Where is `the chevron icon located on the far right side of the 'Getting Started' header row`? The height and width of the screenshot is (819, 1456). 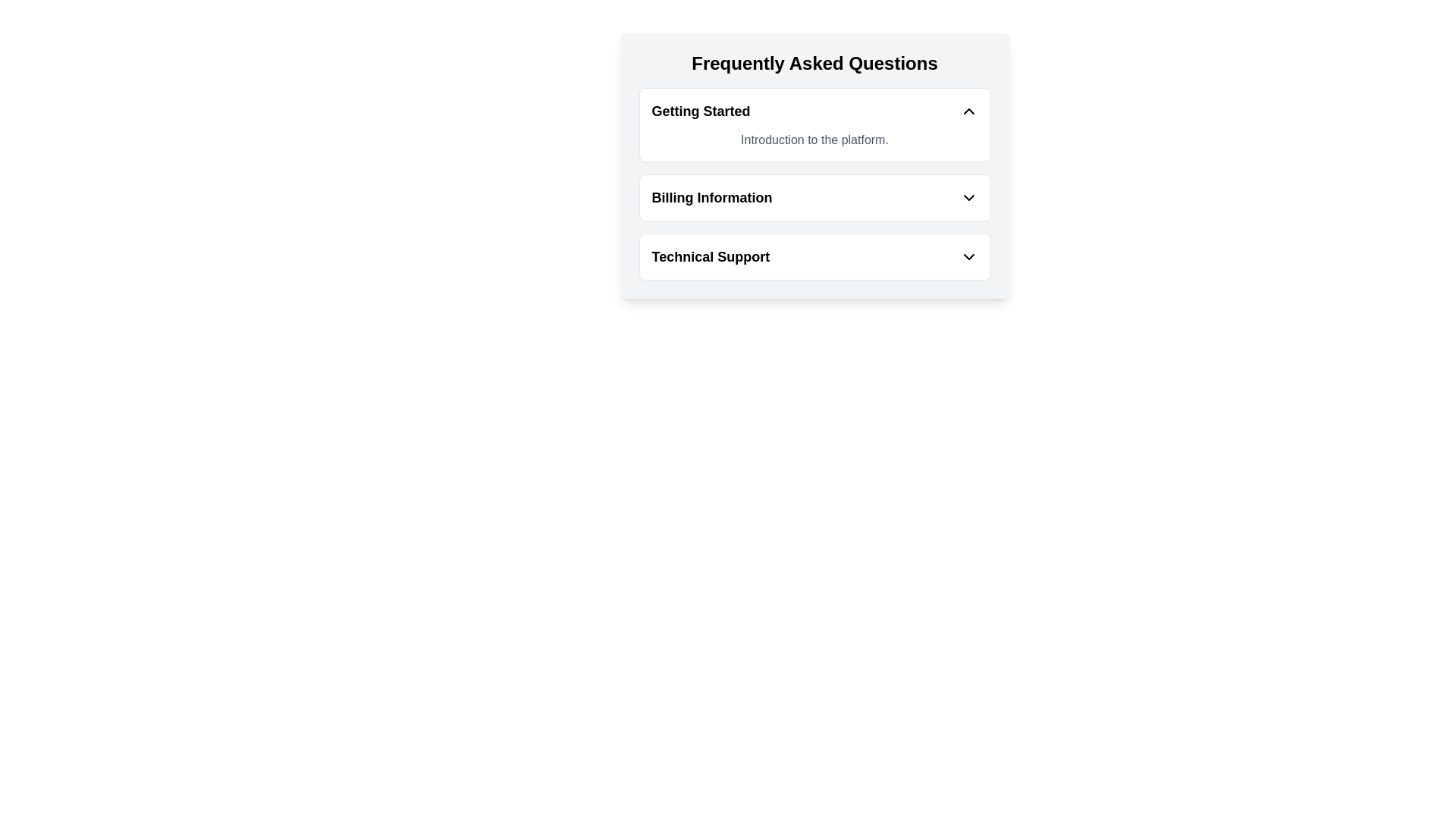
the chevron icon located on the far right side of the 'Getting Started' header row is located at coordinates (968, 110).